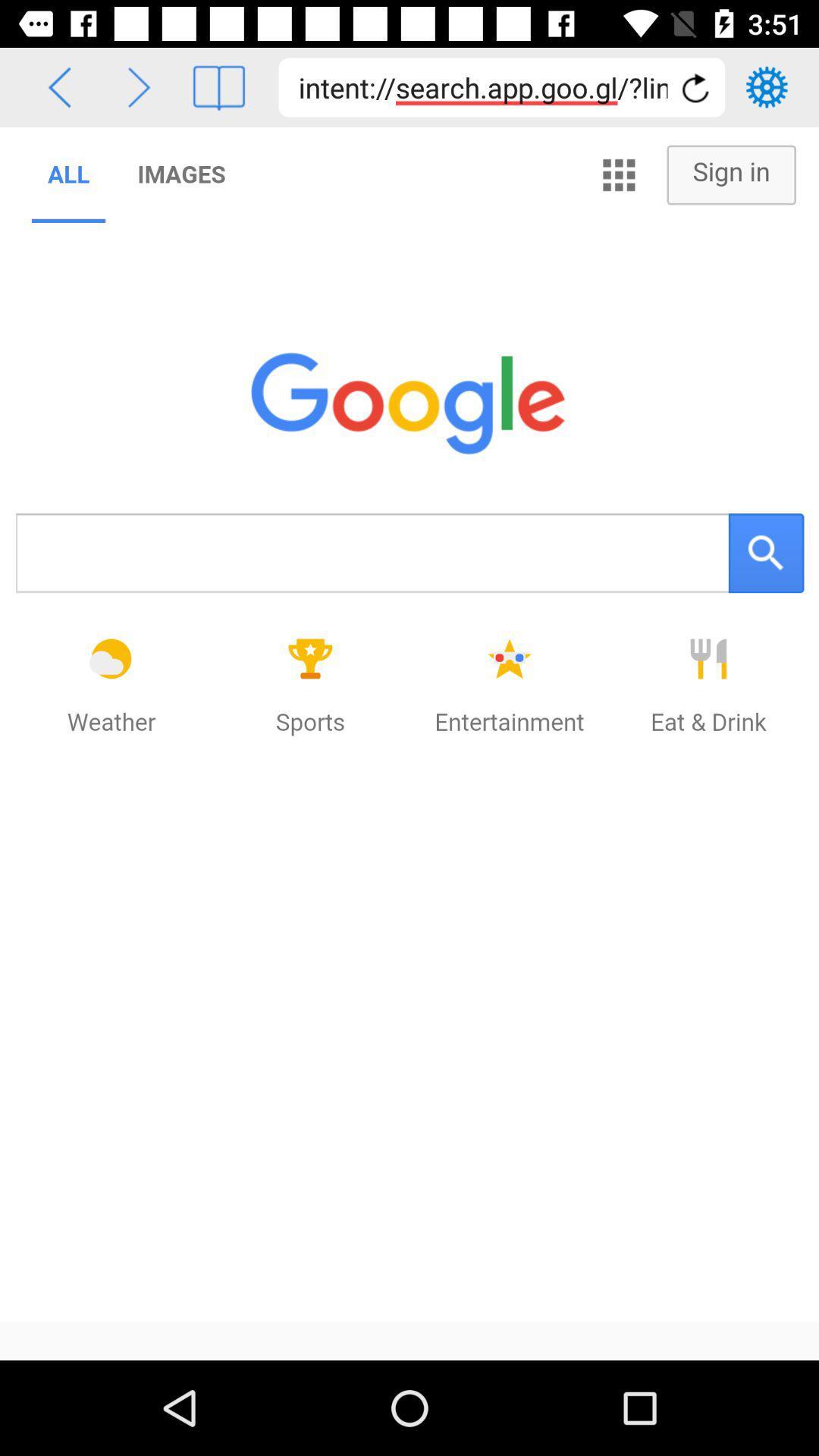  I want to click on to bookmarks, so click(218, 86).